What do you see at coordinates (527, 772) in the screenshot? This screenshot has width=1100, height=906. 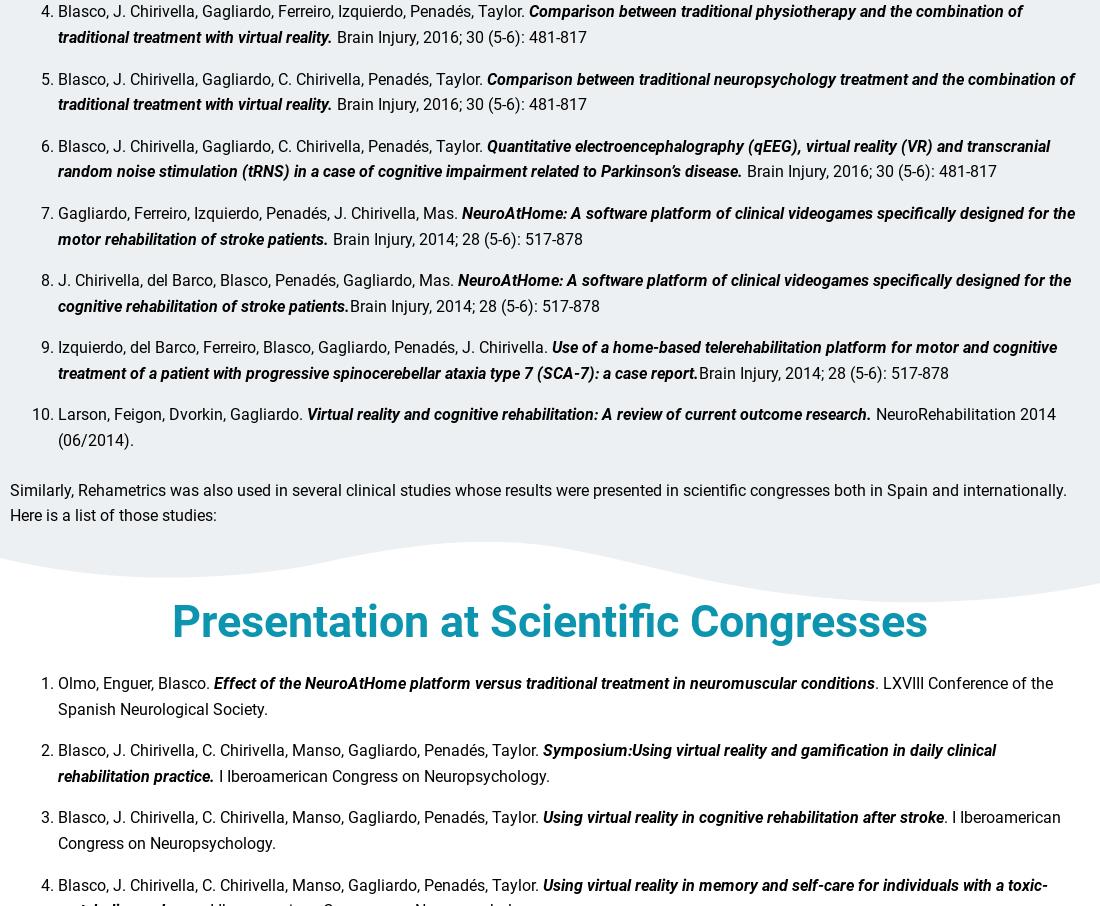 I see `'Using virtual reality and gamification in daily clinical rehabilitation practice.'` at bounding box center [527, 772].